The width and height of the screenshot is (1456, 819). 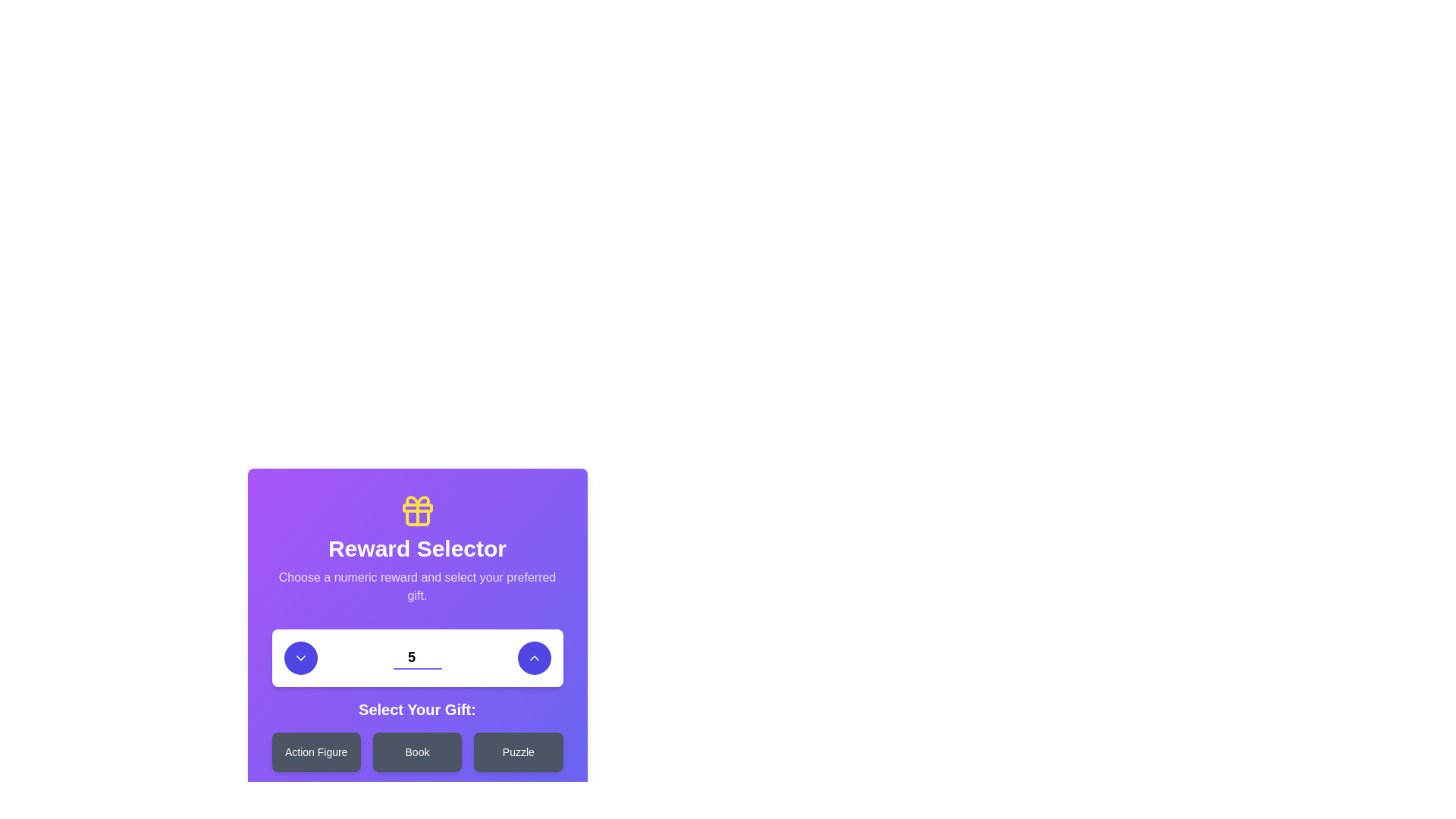 I want to click on the gift or reward icon located at the top of the 'Reward Selector' card component, centered horizontally above the main title text, so click(x=417, y=511).